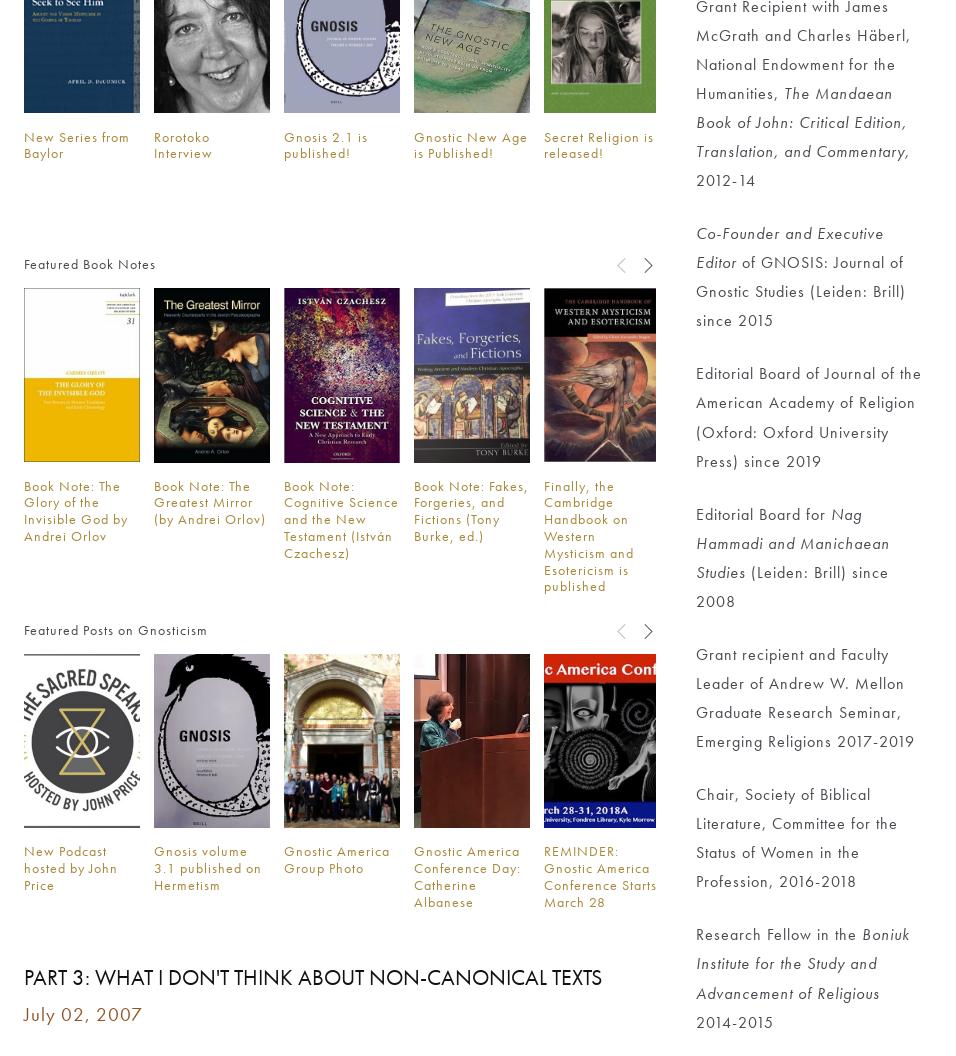  Describe the element at coordinates (208, 867) in the screenshot. I see `'Gnosis volume 3.1 published on Hermetism'` at that location.